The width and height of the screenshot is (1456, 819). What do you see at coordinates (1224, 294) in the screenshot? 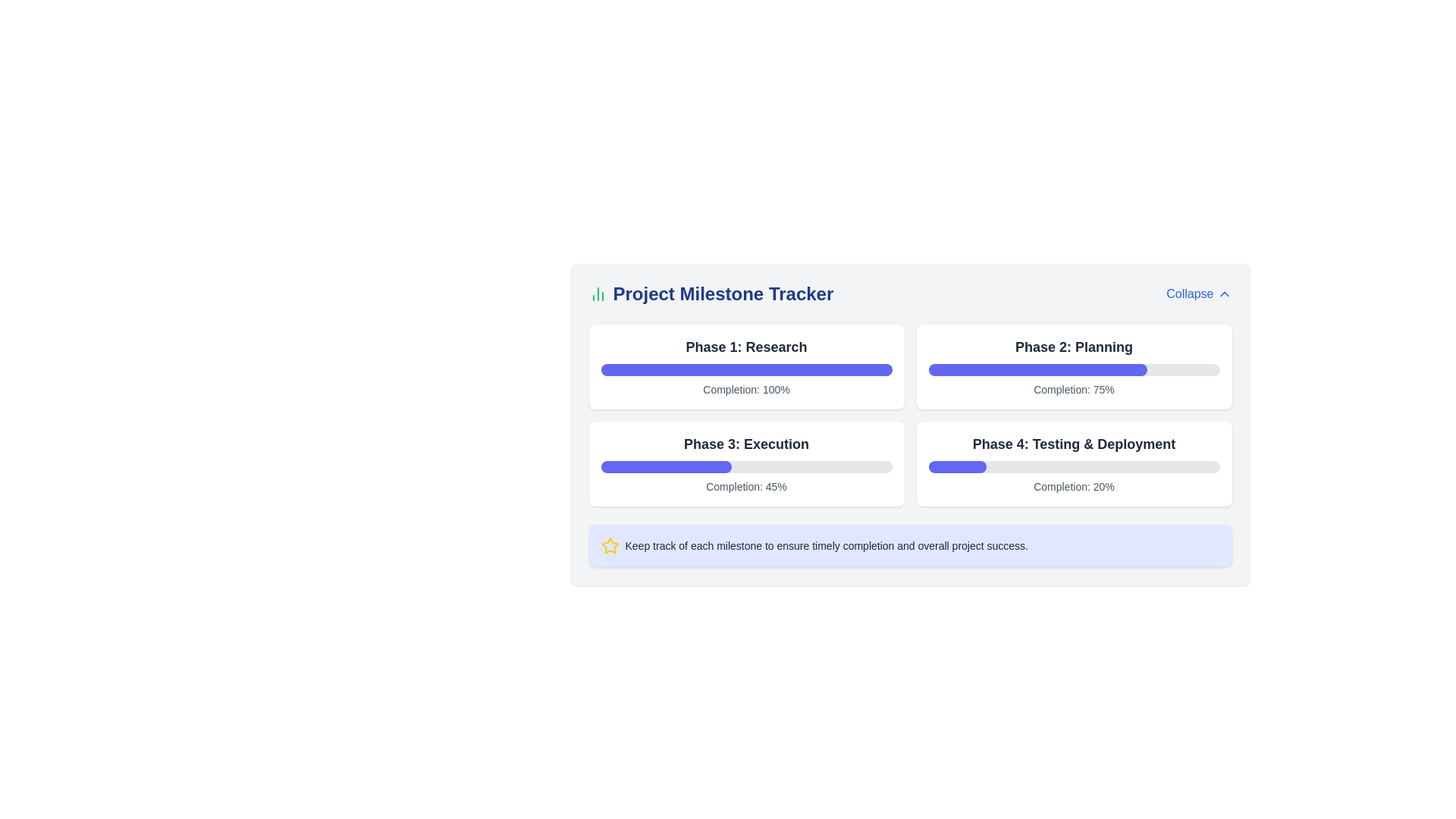
I see `the upwards-pointing chevron icon located to the immediate right of the 'Collapse' label` at bounding box center [1224, 294].